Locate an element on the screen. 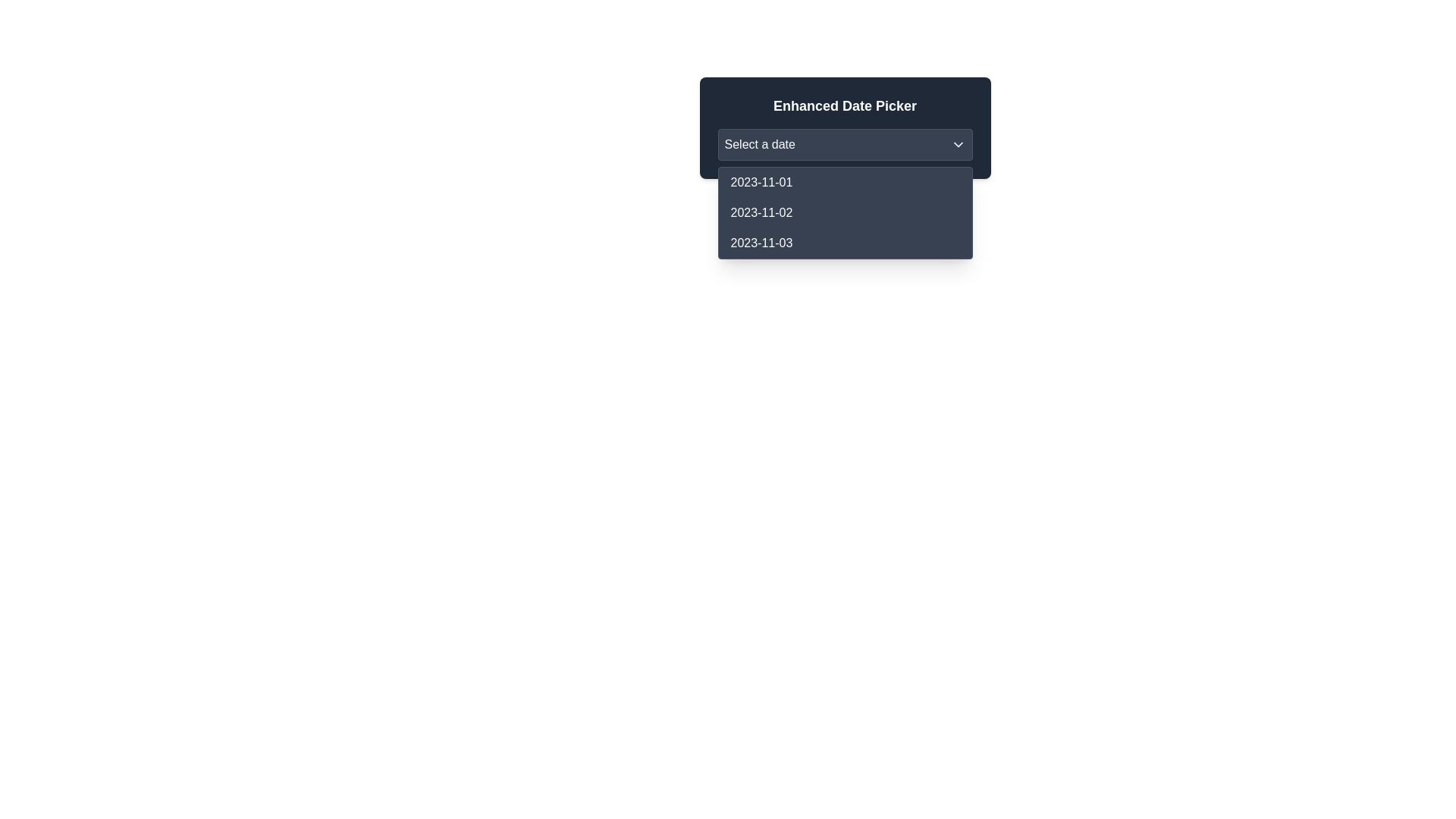 The height and width of the screenshot is (819, 1456). the third option in the dropdown menu labeled '2023-11-03' is located at coordinates (844, 242).